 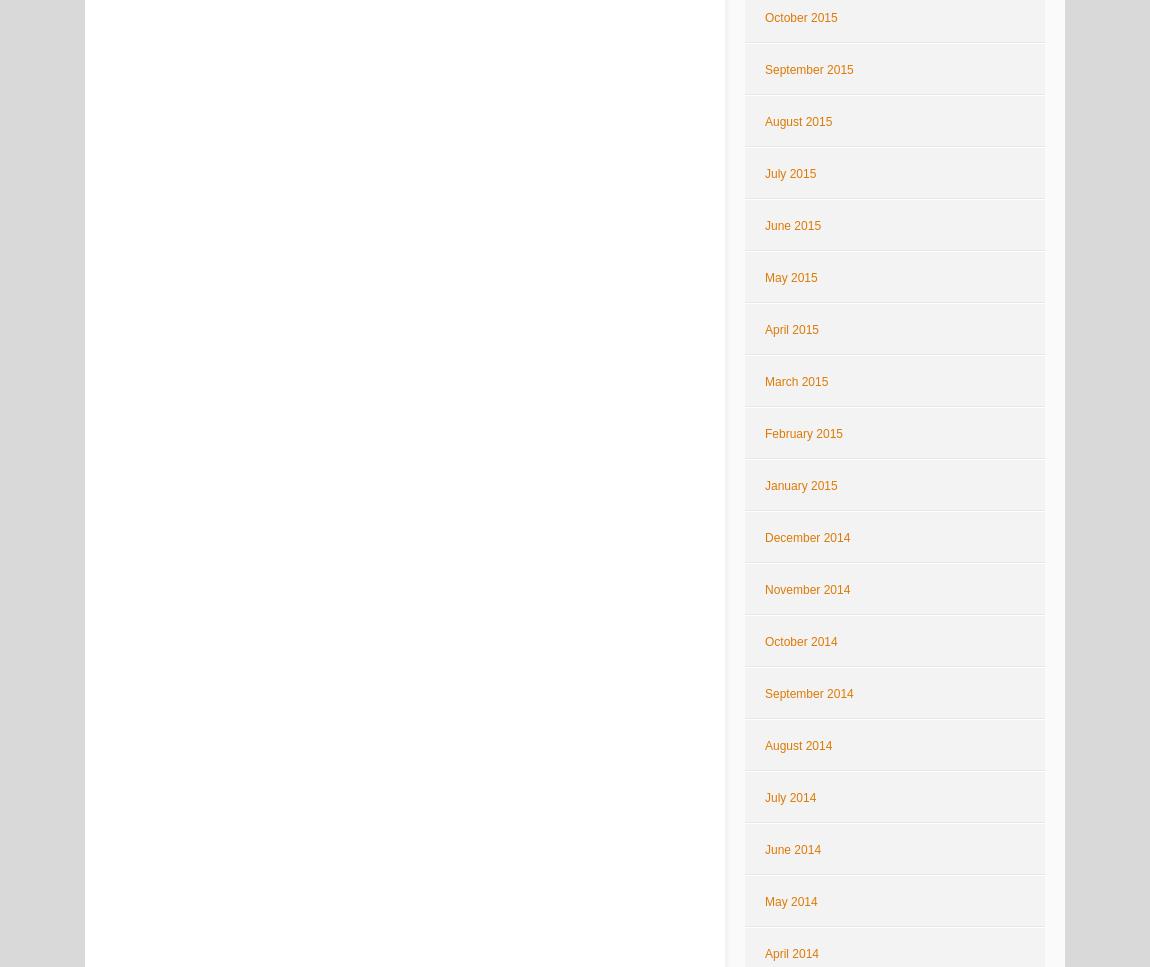 What do you see at coordinates (808, 69) in the screenshot?
I see `'September 2015'` at bounding box center [808, 69].